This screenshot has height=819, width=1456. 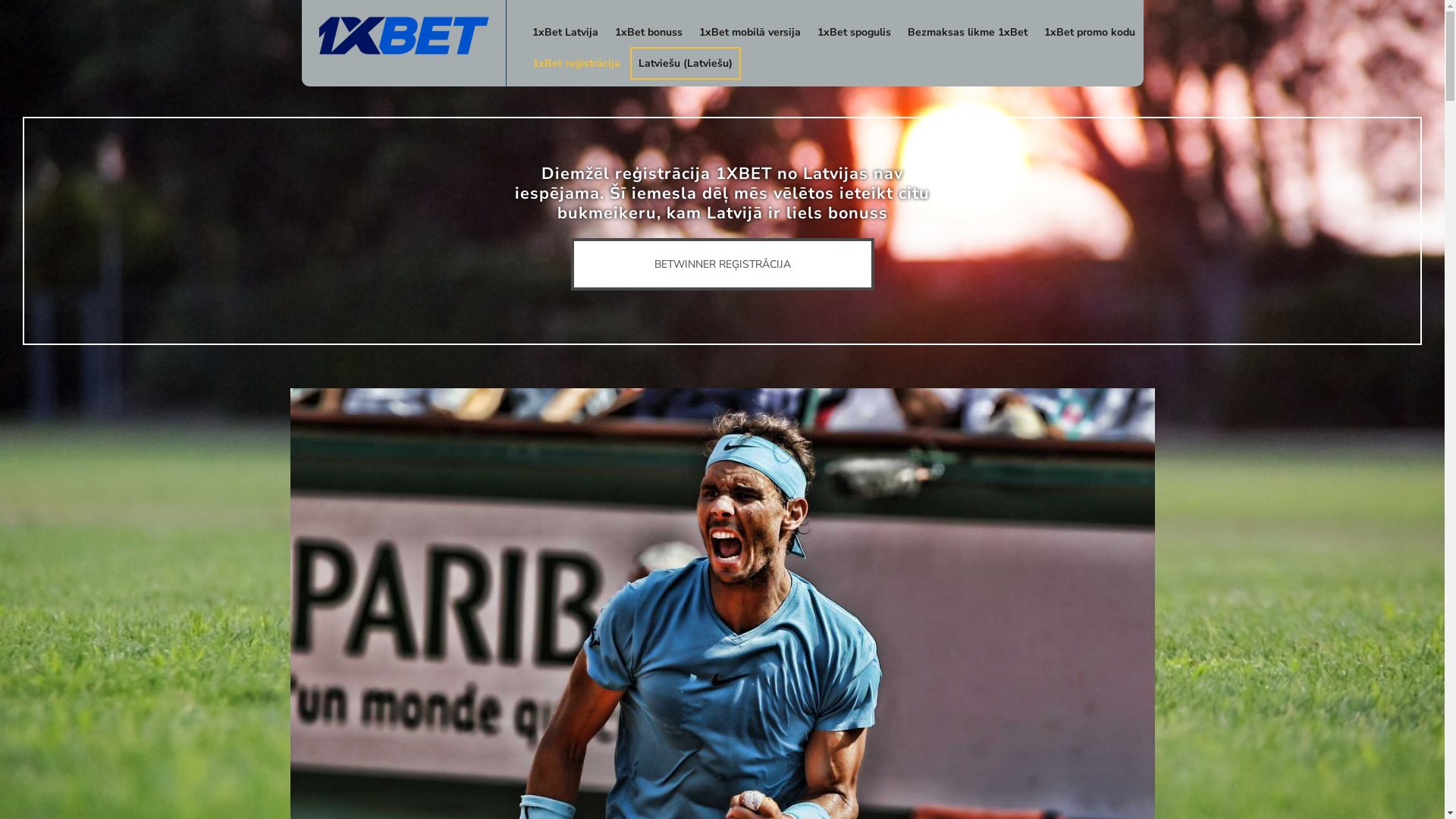 I want to click on '1xBet promo kodu', so click(x=1088, y=32).